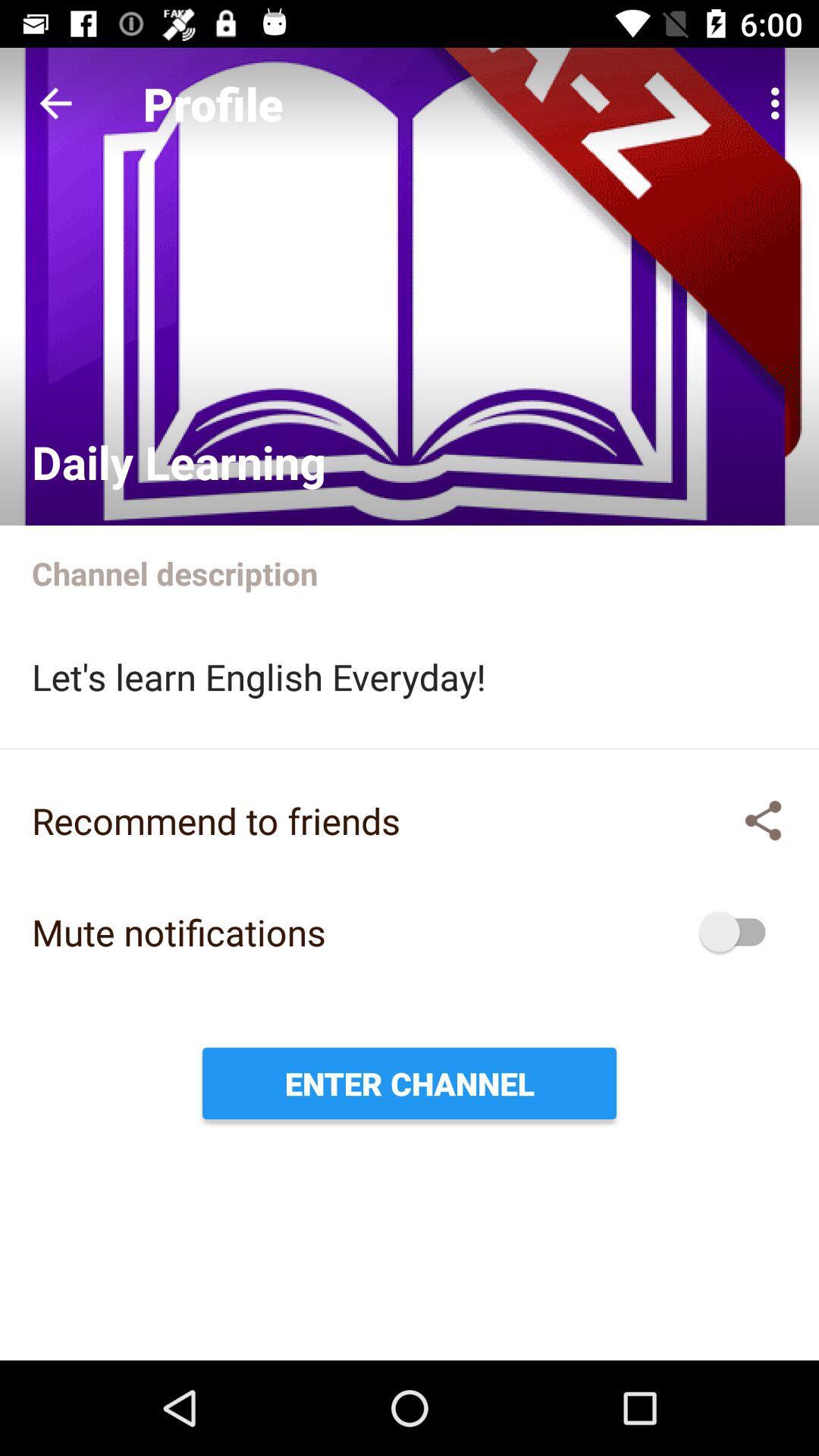  What do you see at coordinates (409, 1082) in the screenshot?
I see `item below mute notifications icon` at bounding box center [409, 1082].